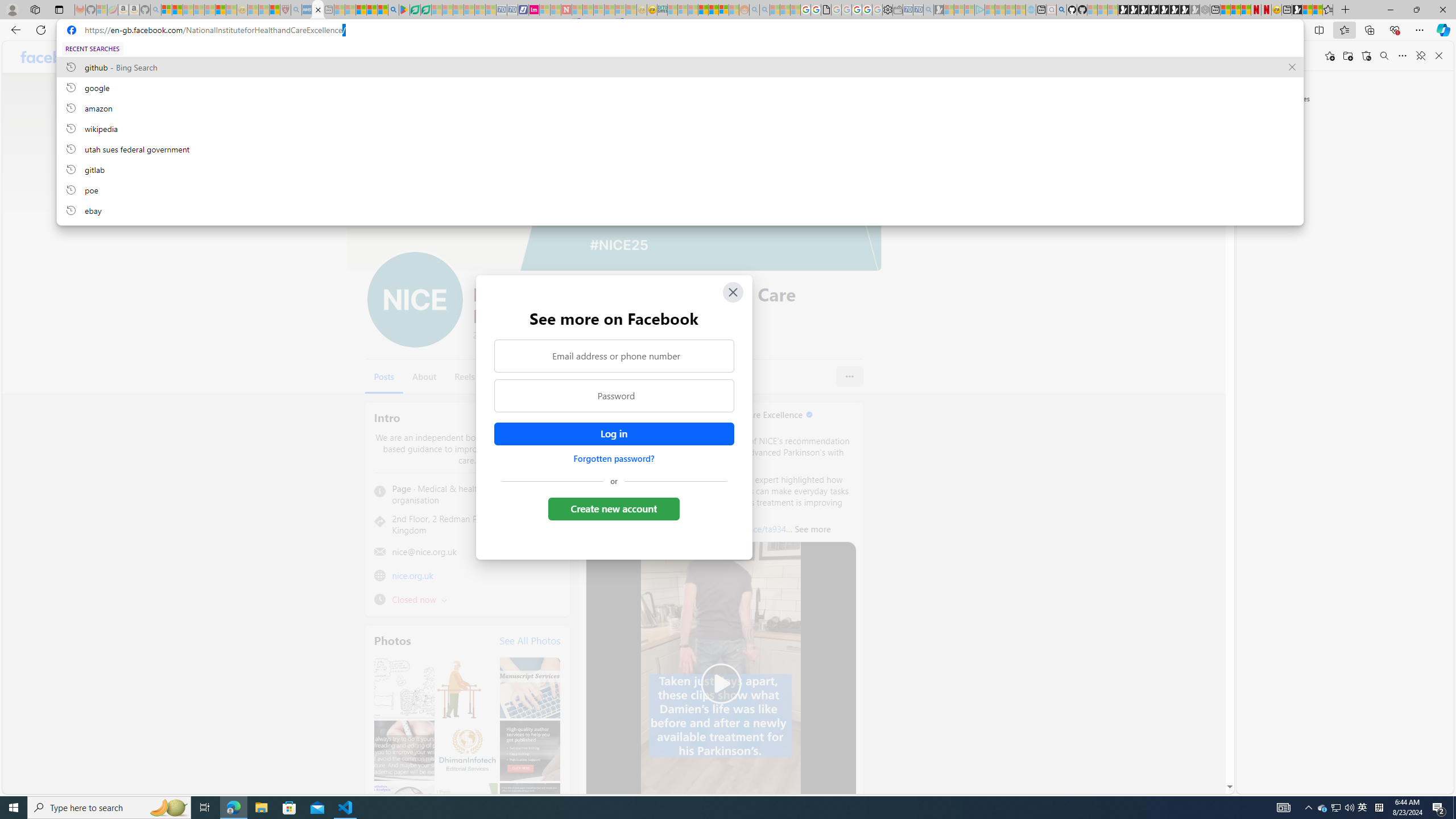 The height and width of the screenshot is (819, 1456). I want to click on 'Latest Politics News & Archive | Newsweek.com - Sleeping', so click(565, 9).